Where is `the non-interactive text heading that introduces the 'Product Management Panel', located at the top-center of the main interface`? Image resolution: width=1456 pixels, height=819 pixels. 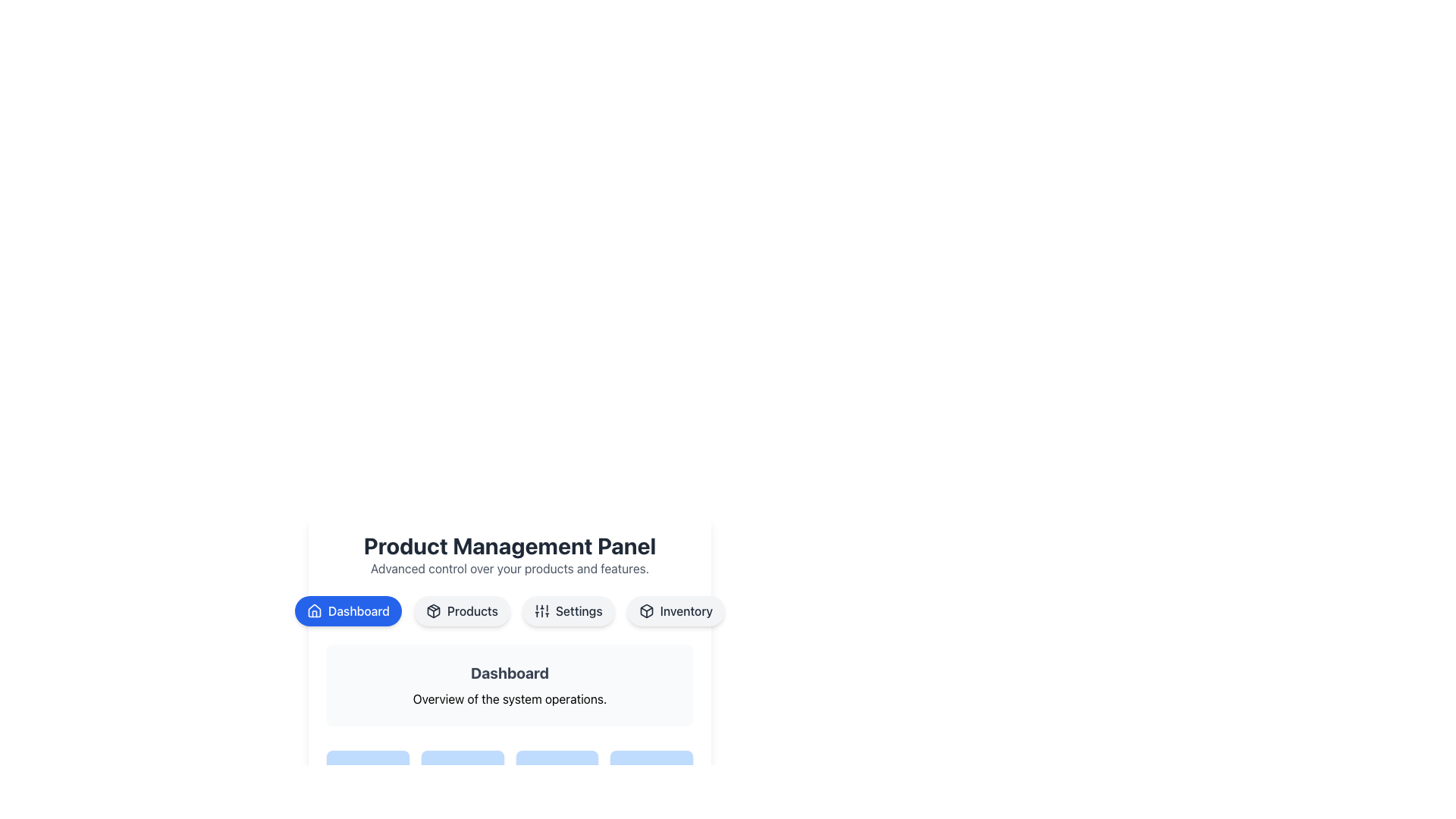
the non-interactive text heading that introduces the 'Product Management Panel', located at the top-center of the main interface is located at coordinates (510, 546).